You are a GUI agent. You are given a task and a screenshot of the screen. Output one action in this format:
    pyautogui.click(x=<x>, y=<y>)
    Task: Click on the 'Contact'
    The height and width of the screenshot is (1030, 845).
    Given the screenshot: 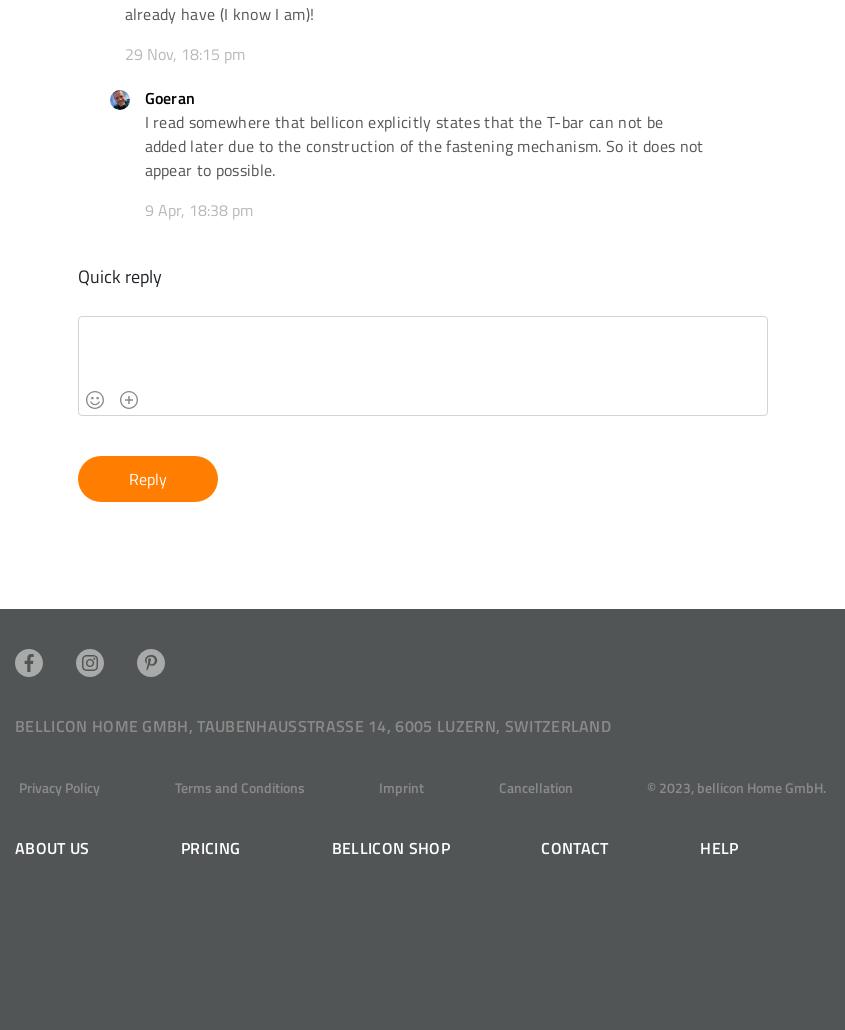 What is the action you would take?
    pyautogui.click(x=573, y=846)
    